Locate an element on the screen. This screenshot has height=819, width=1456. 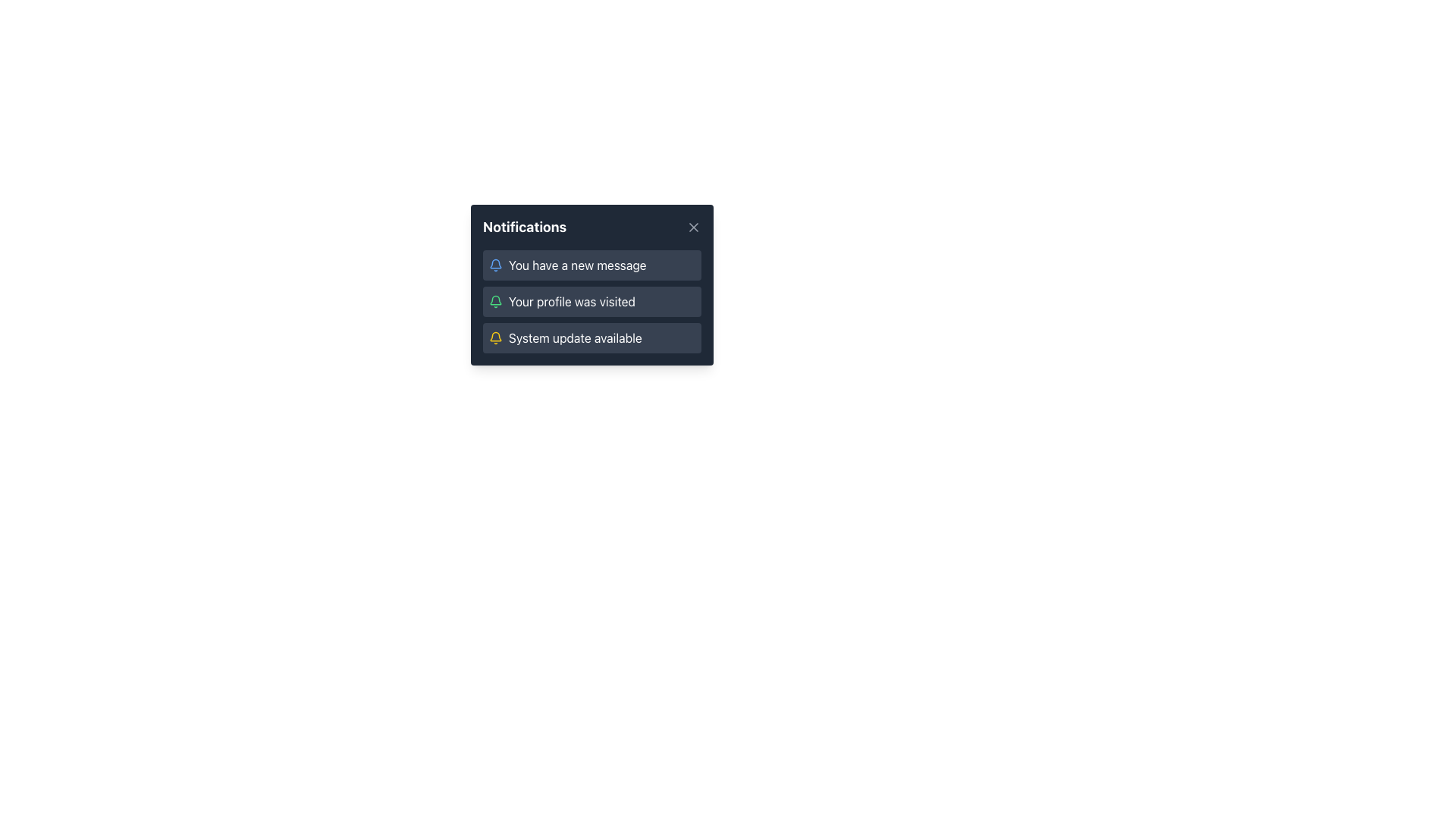
the yellow outlined bell-shaped icon representing notifications located near the top left of the notification popup window for contextual understanding is located at coordinates (495, 336).